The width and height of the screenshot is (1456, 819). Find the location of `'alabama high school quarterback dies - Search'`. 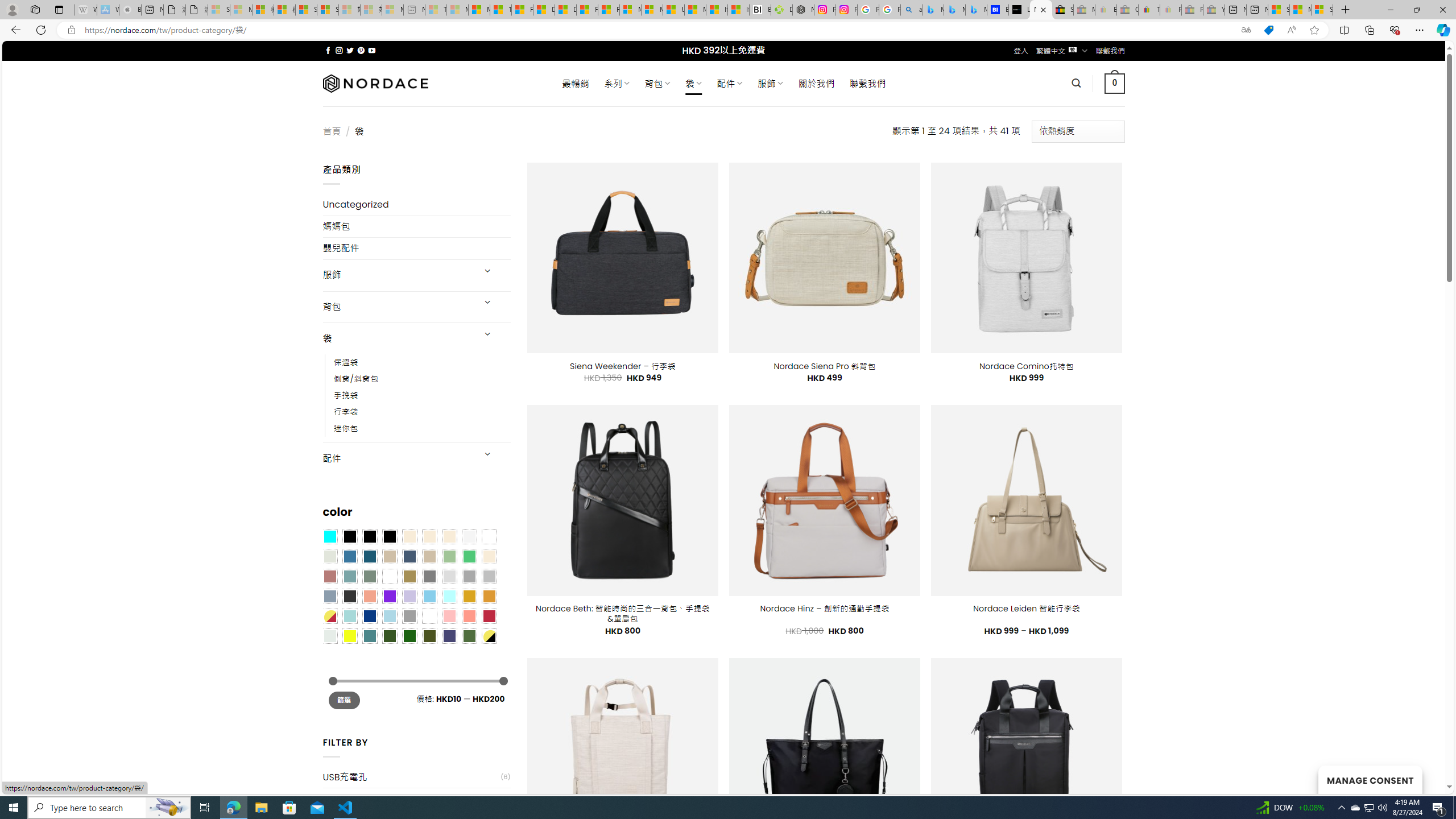

'alabama high school quarterback dies - Search' is located at coordinates (911, 9).